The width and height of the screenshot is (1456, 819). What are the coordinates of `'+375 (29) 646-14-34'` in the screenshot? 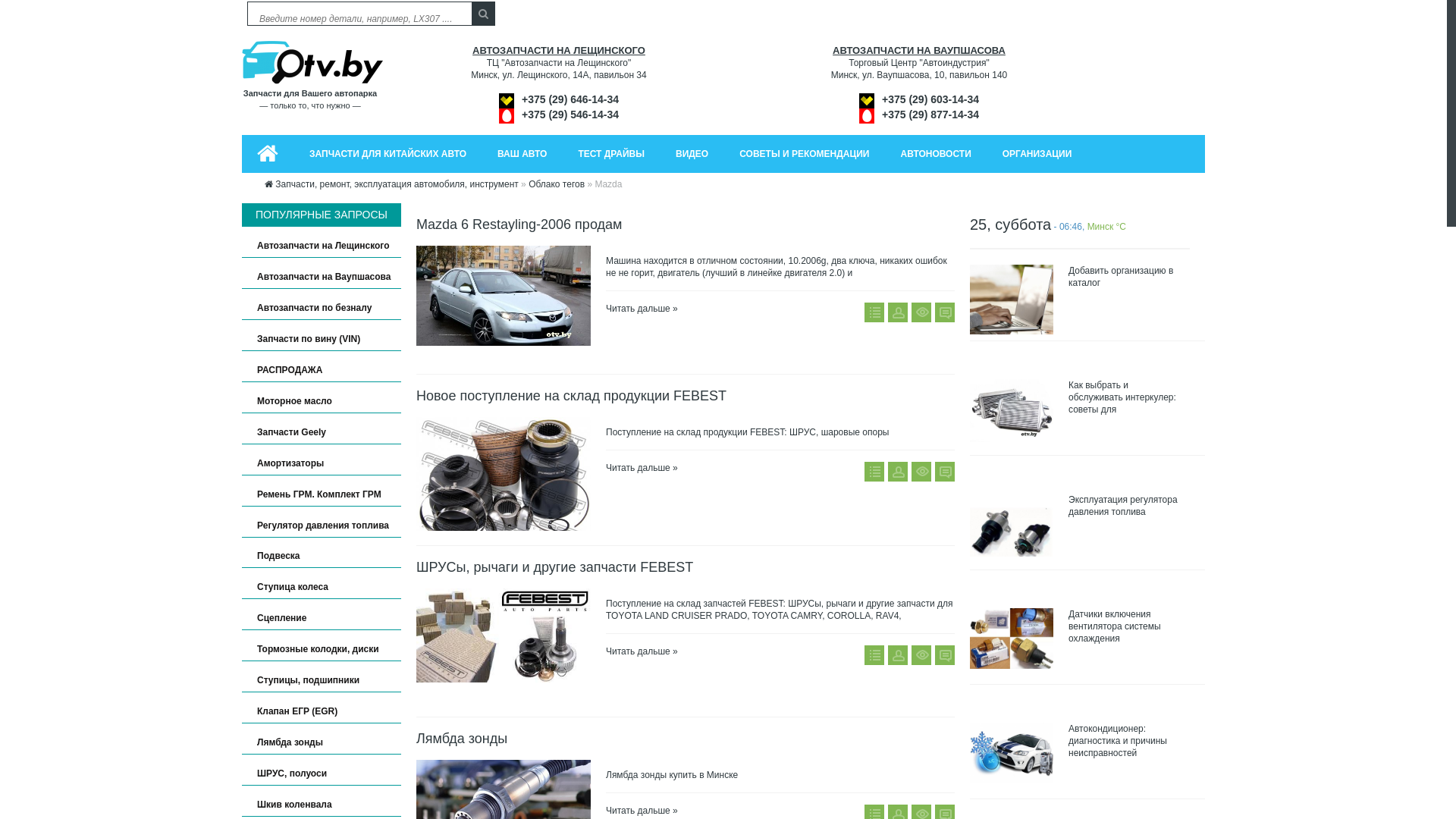 It's located at (570, 99).